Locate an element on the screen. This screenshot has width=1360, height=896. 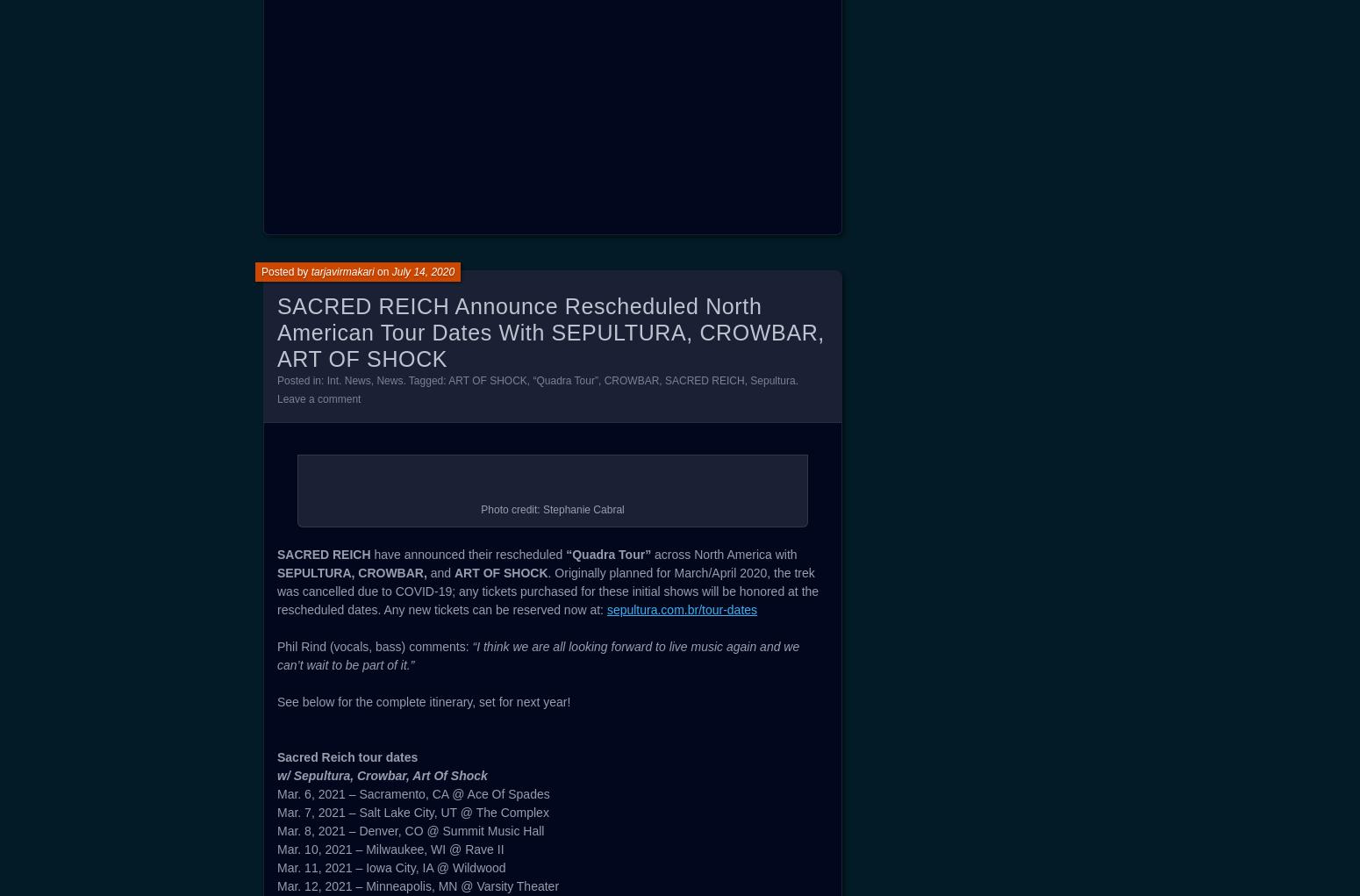
'Posted by' is located at coordinates (284, 782).